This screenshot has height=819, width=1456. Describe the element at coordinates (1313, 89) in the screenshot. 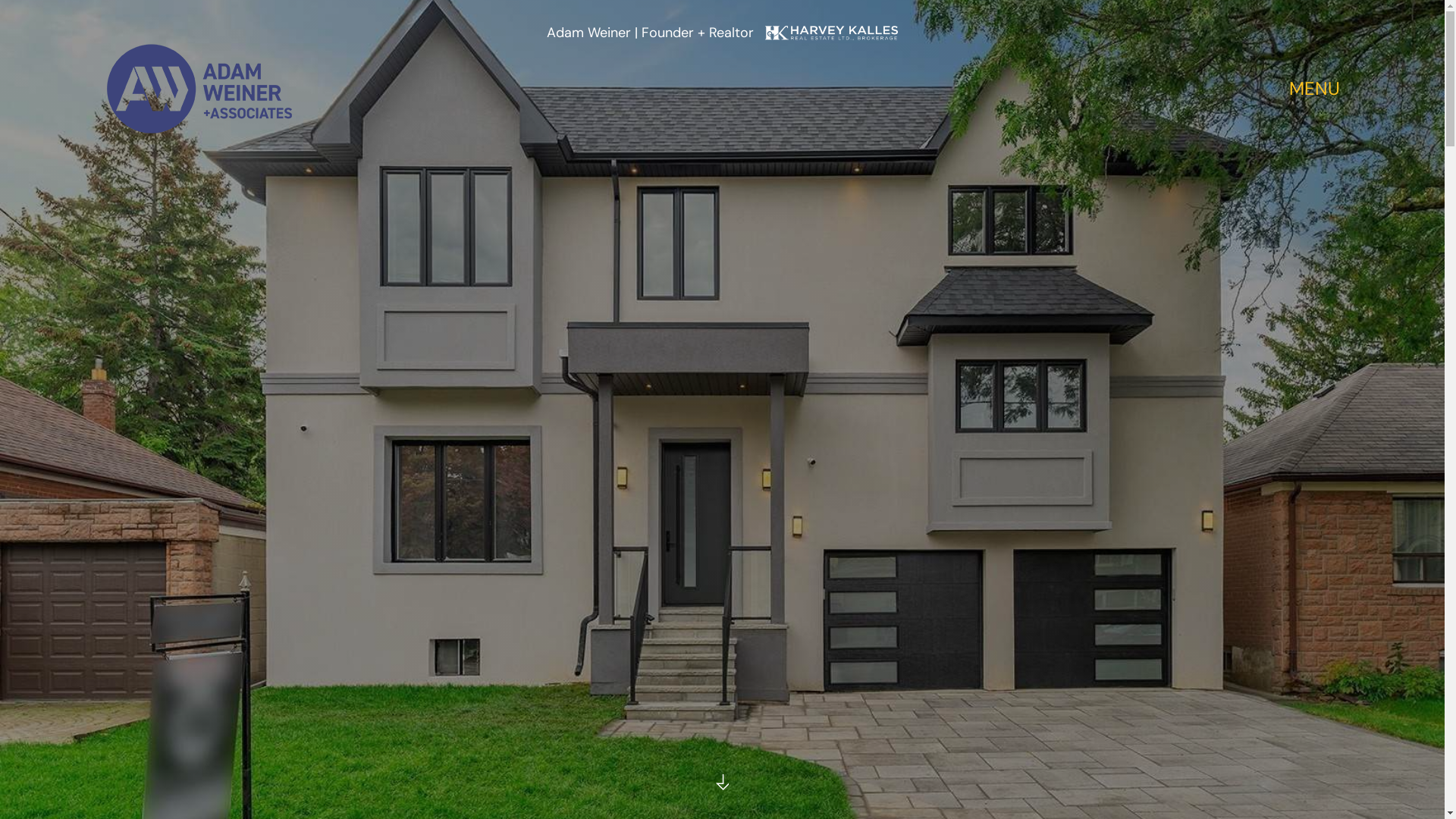

I see `'MENU'` at that location.